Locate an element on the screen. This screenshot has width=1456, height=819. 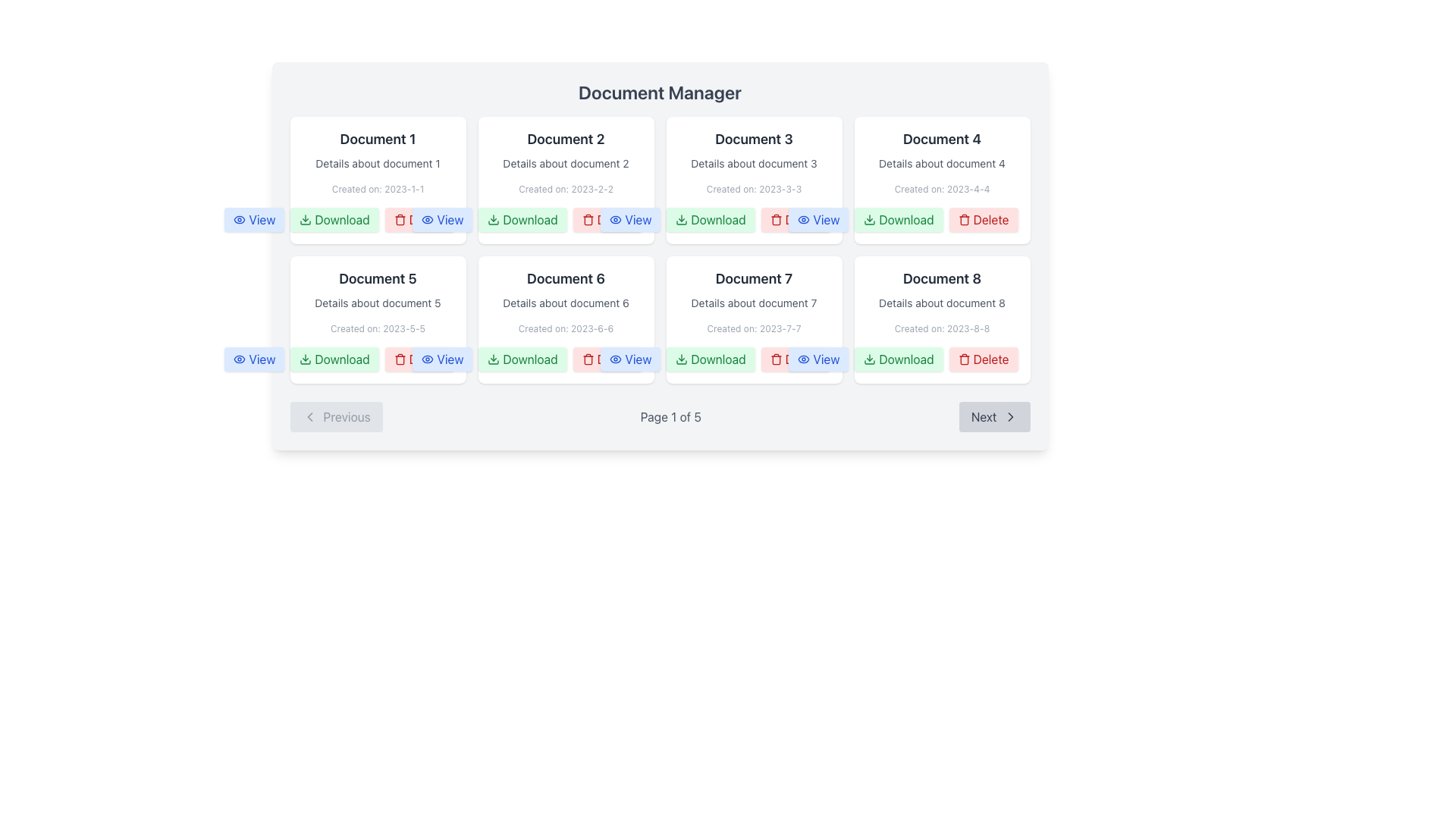
the text label displaying the title "Document 5" in a large, bold, dark gray font, located in the center-left group box of the "Document Manager" grid is located at coordinates (378, 278).